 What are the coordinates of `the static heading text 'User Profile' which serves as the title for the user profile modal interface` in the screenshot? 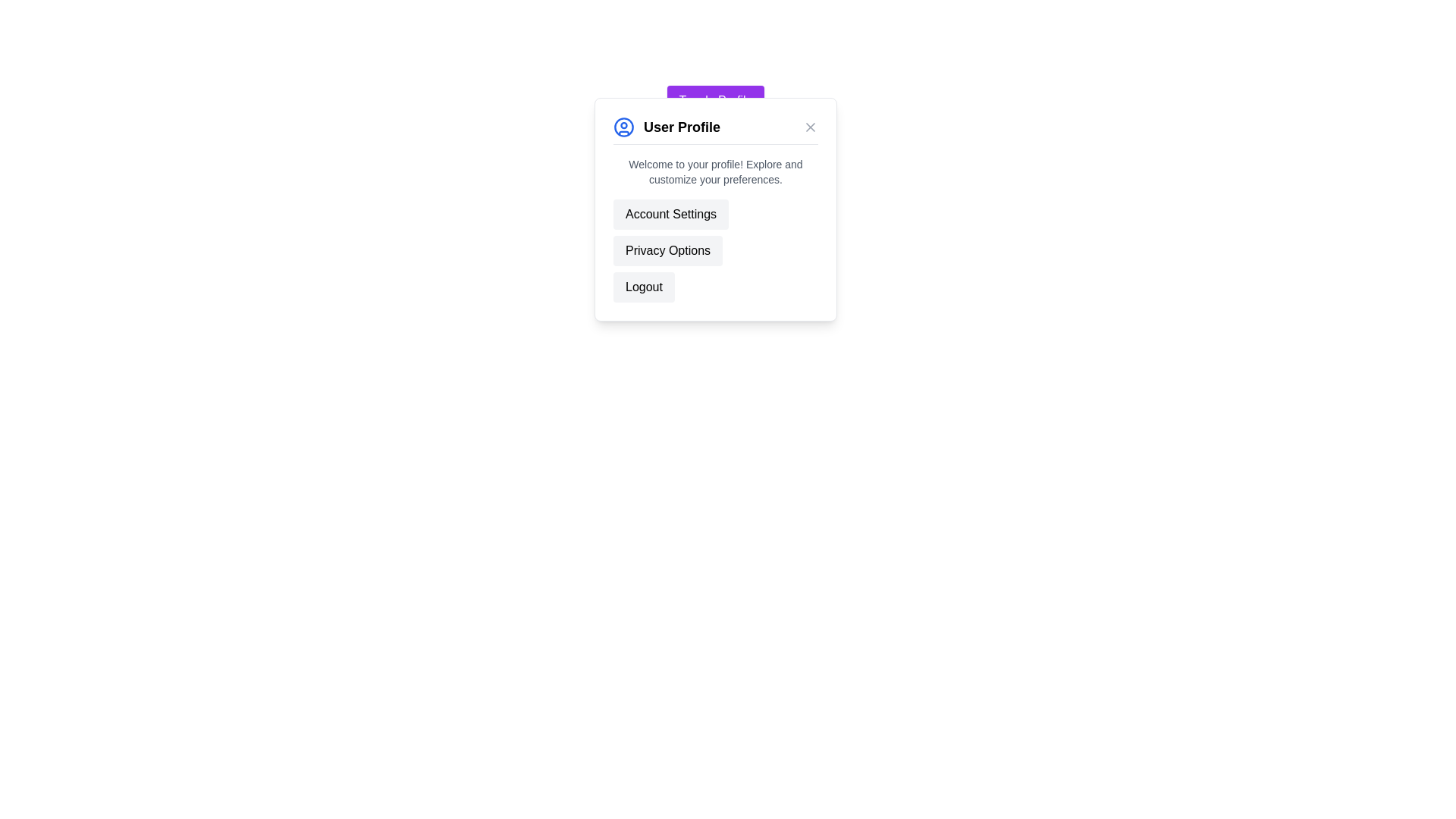 It's located at (681, 127).